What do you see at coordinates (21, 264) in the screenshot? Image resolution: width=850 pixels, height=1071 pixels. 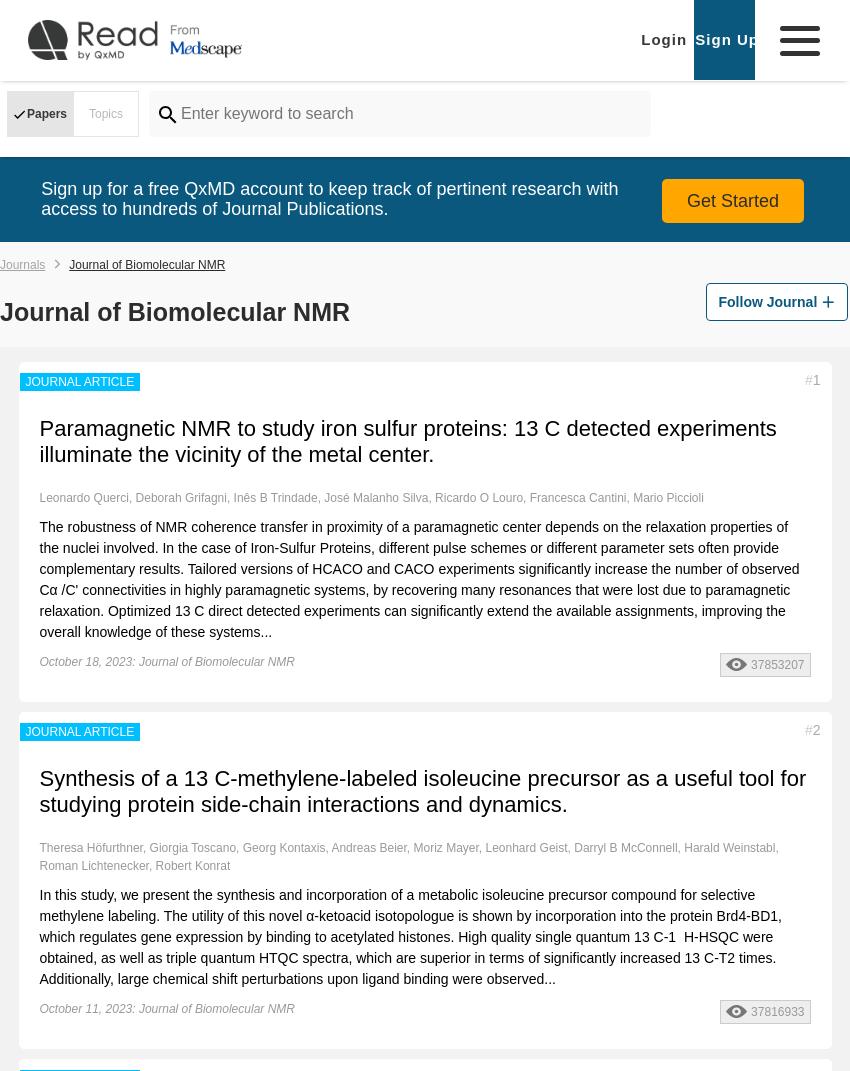 I see `'Journals'` at bounding box center [21, 264].